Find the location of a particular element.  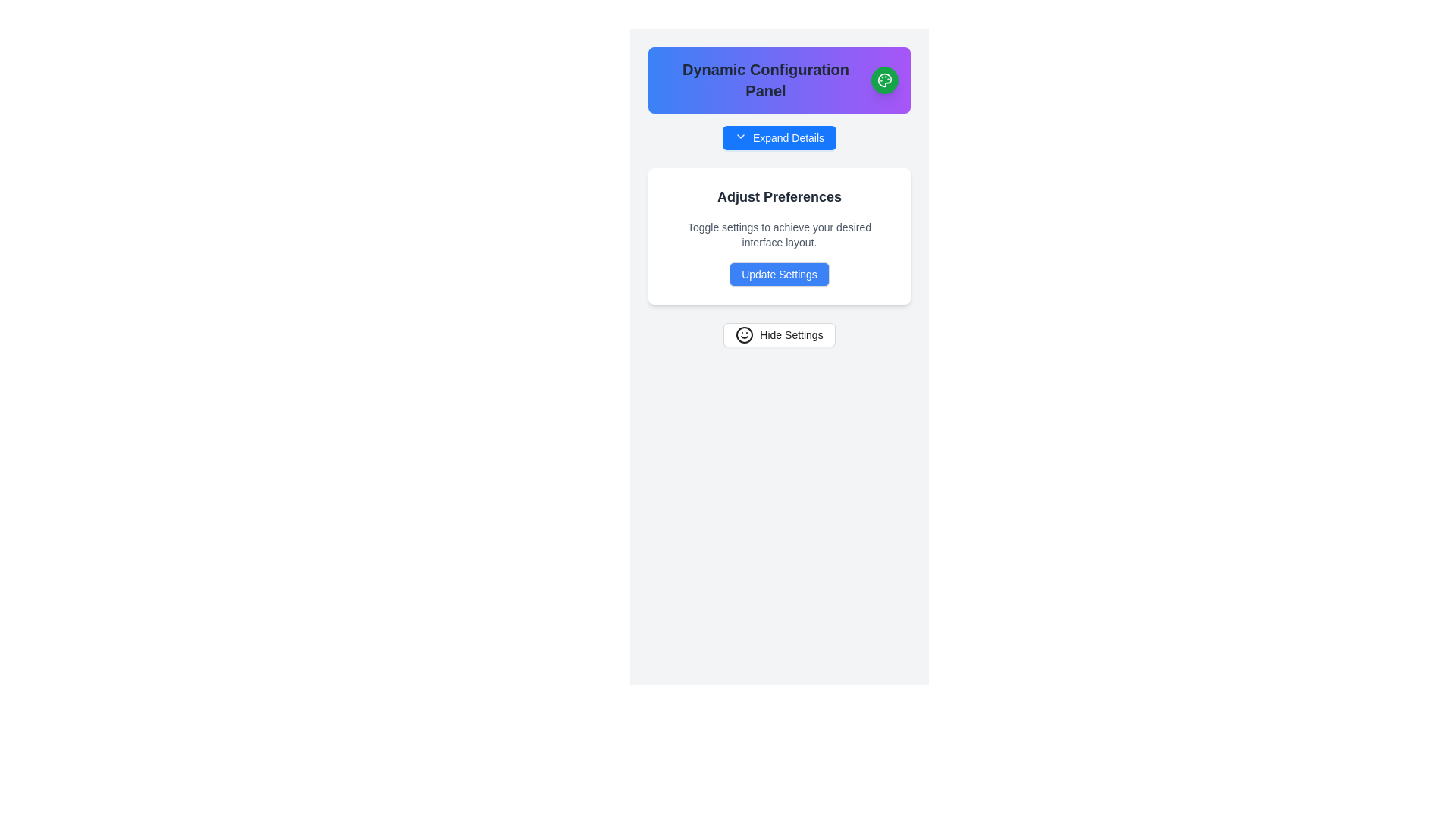

title and description of the text card located within the 'Dynamic Configuration Panel', positioned below the 'Expand Details' button and above the 'Hide Settings' button is located at coordinates (779, 237).